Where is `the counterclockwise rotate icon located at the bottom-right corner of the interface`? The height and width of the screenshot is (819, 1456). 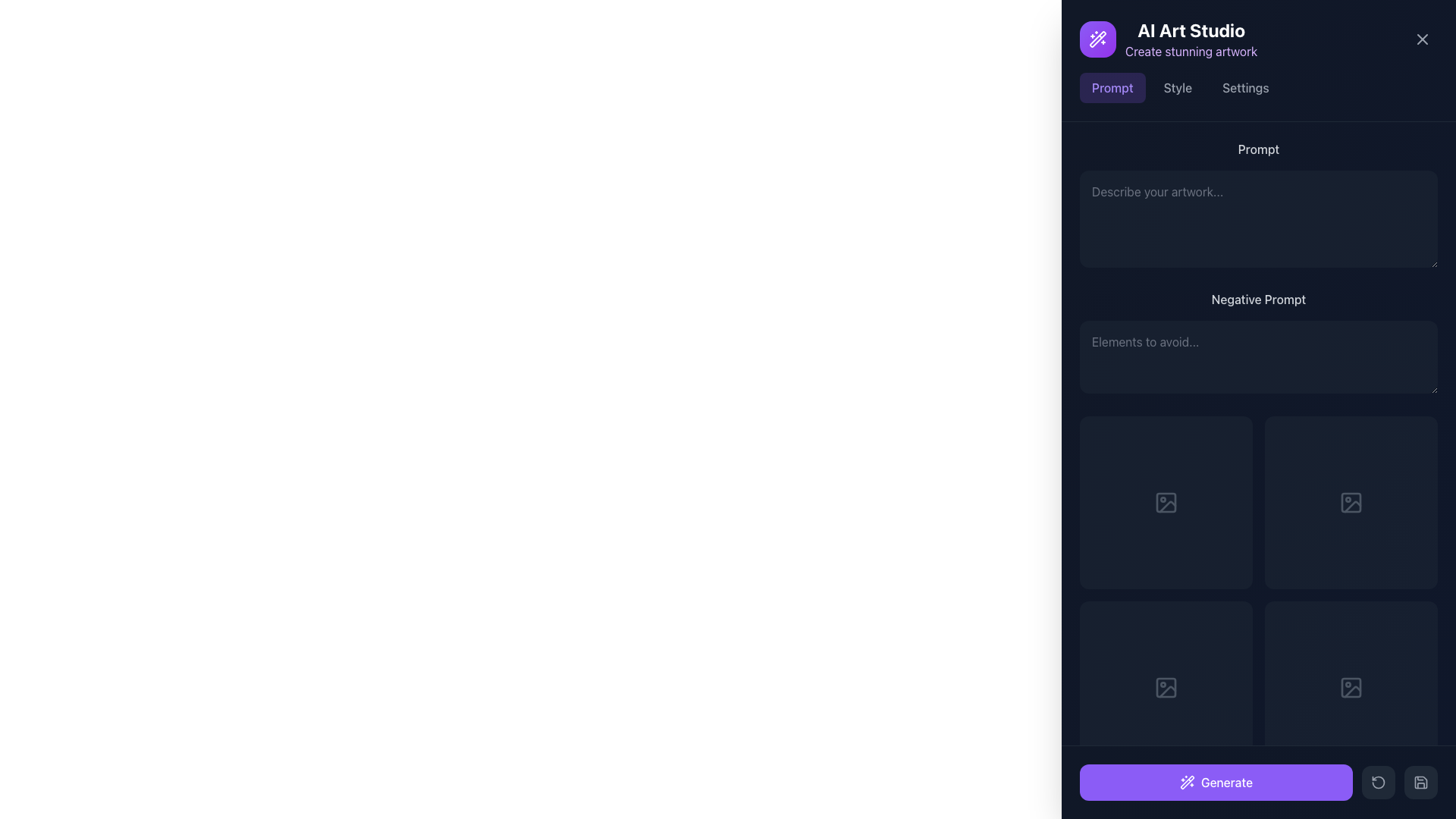 the counterclockwise rotate icon located at the bottom-right corner of the interface is located at coordinates (1379, 783).